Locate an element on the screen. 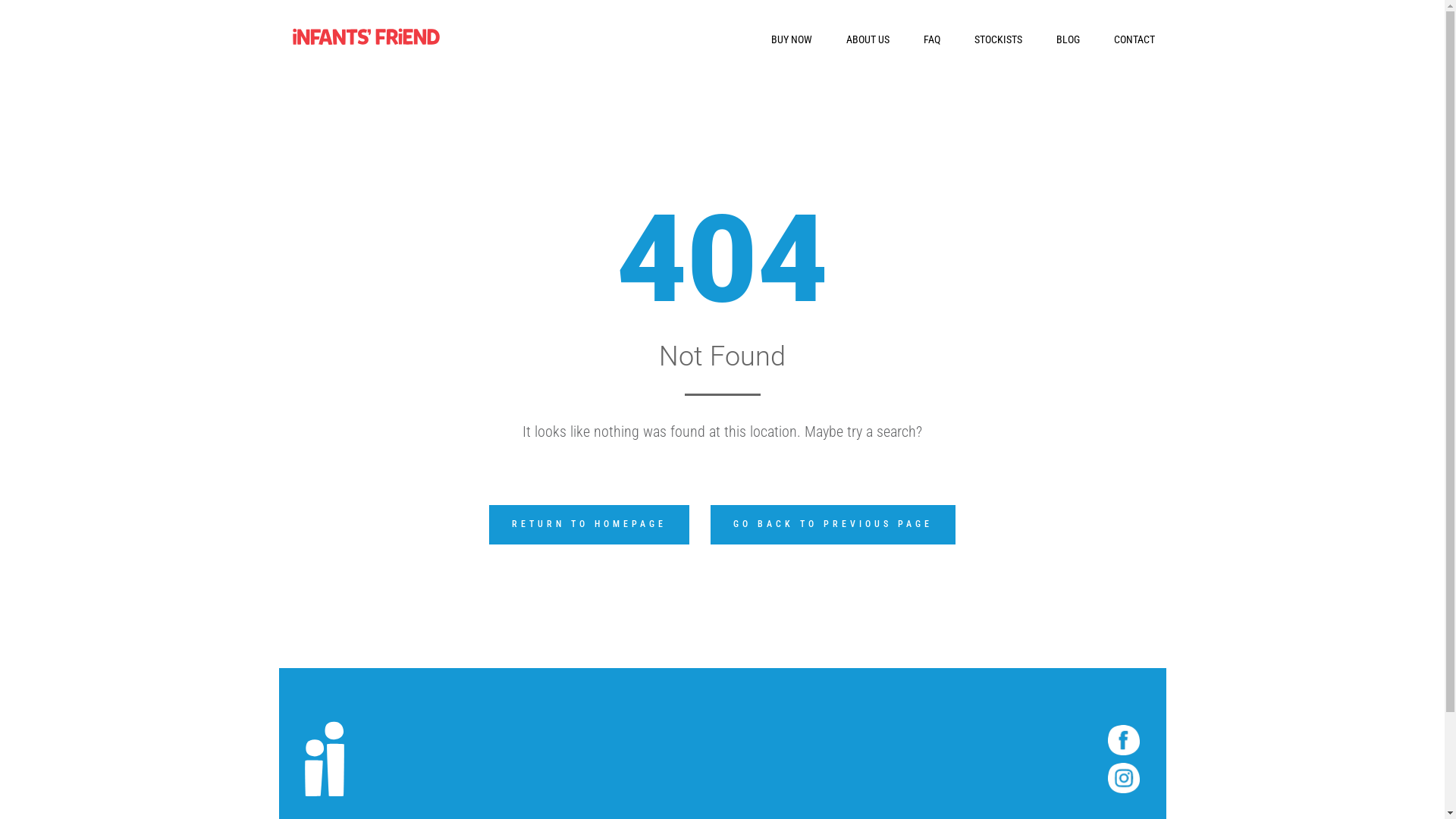  'CONTACT' is located at coordinates (1133, 38).